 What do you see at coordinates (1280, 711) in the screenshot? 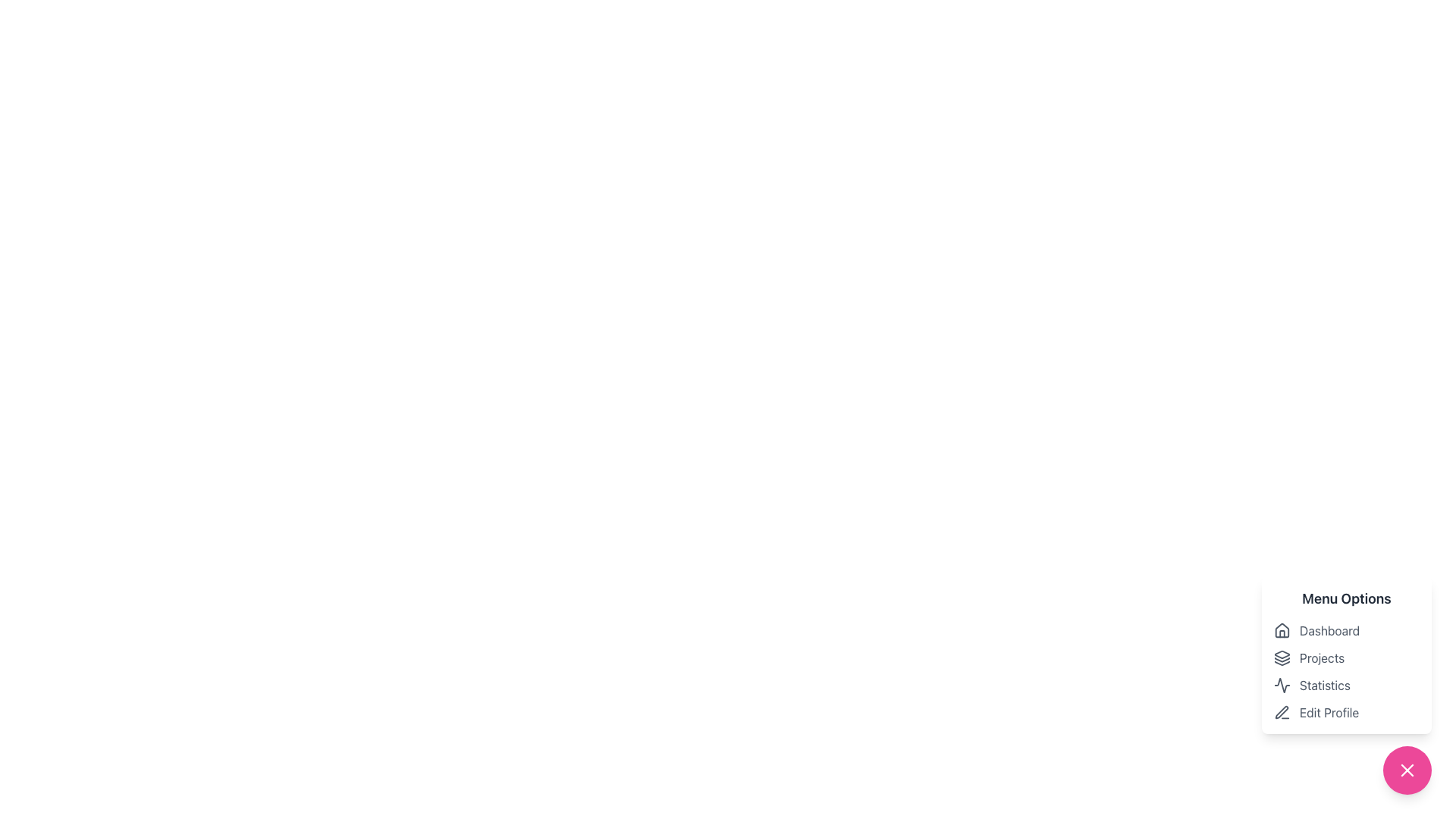
I see `the pen icon adjacent to the 'Edit Profile' text in the bottom-right corner of the menu options section to initiate editing actions` at bounding box center [1280, 711].